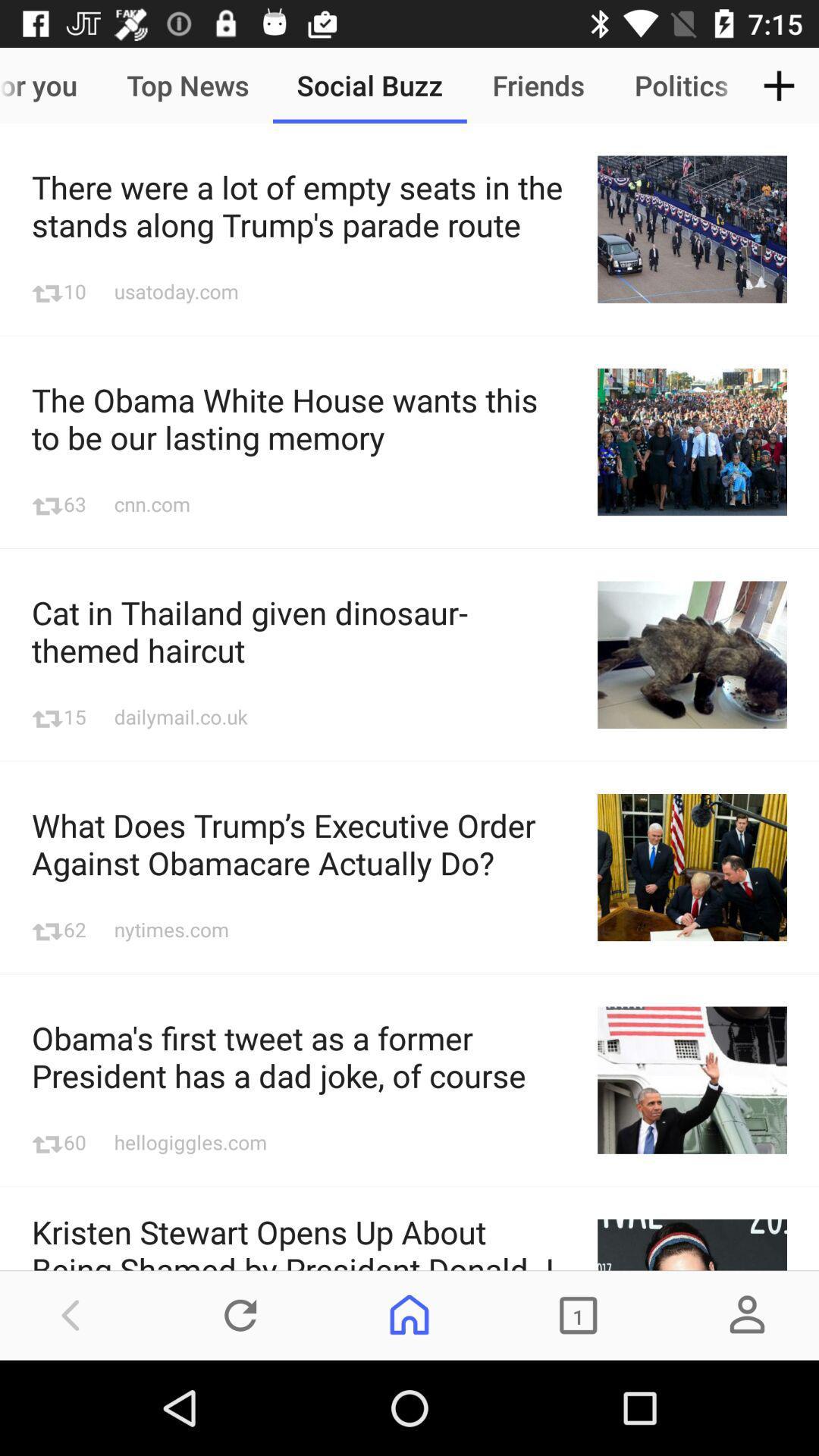  What do you see at coordinates (692, 1244) in the screenshot?
I see `no tagging` at bounding box center [692, 1244].